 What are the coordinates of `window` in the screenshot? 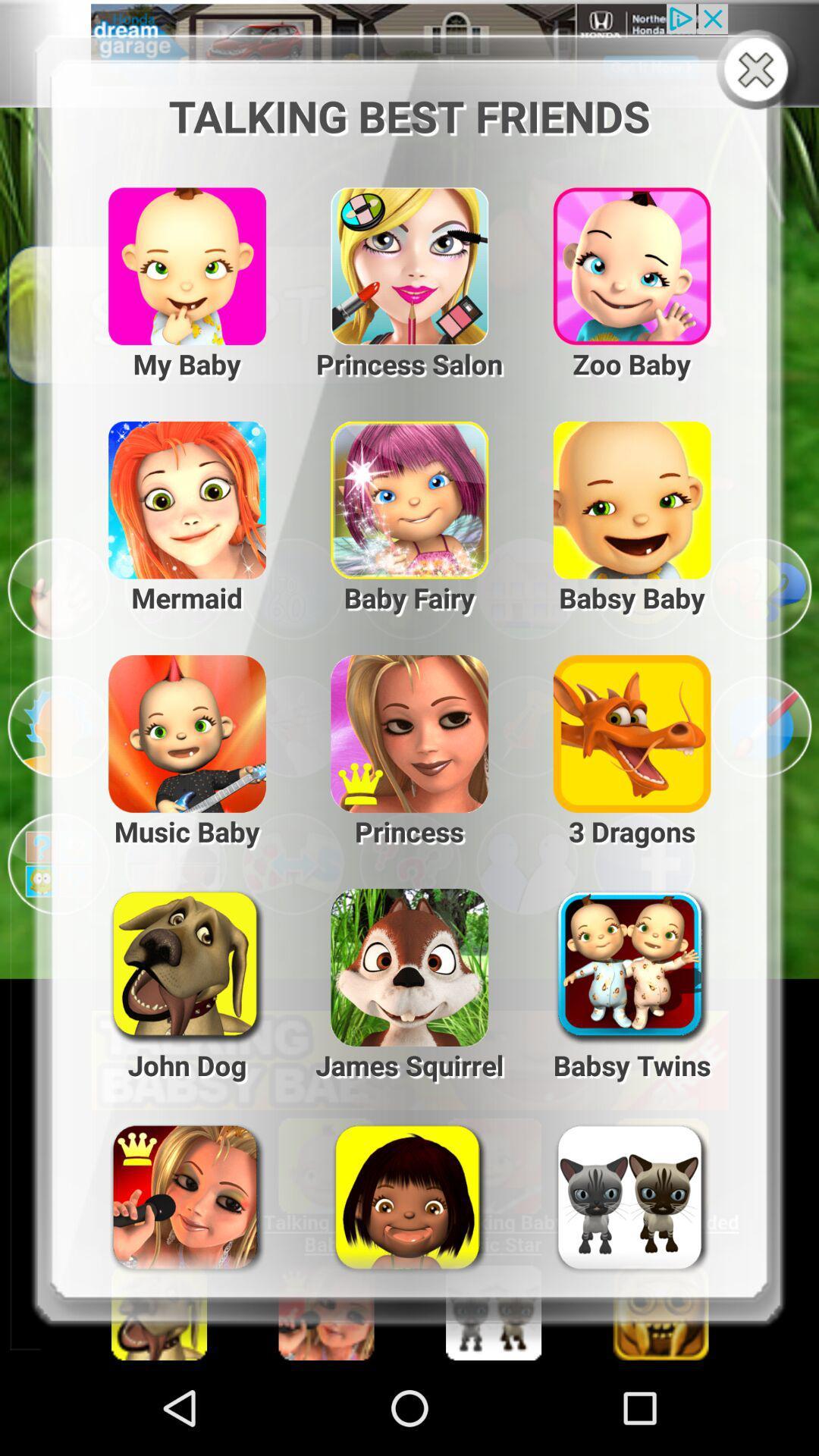 It's located at (759, 71).